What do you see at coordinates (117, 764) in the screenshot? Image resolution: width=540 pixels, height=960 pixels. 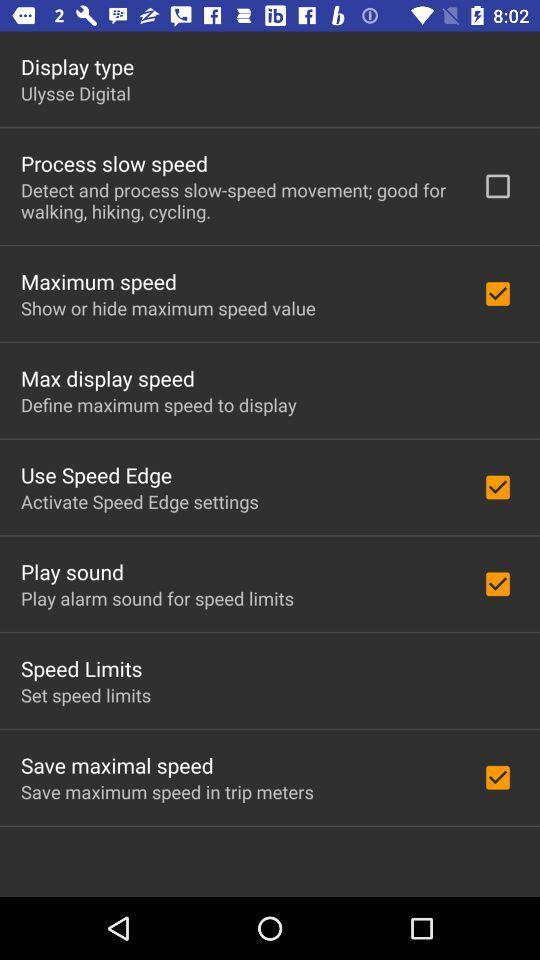 I see `the save maximal speed` at bounding box center [117, 764].